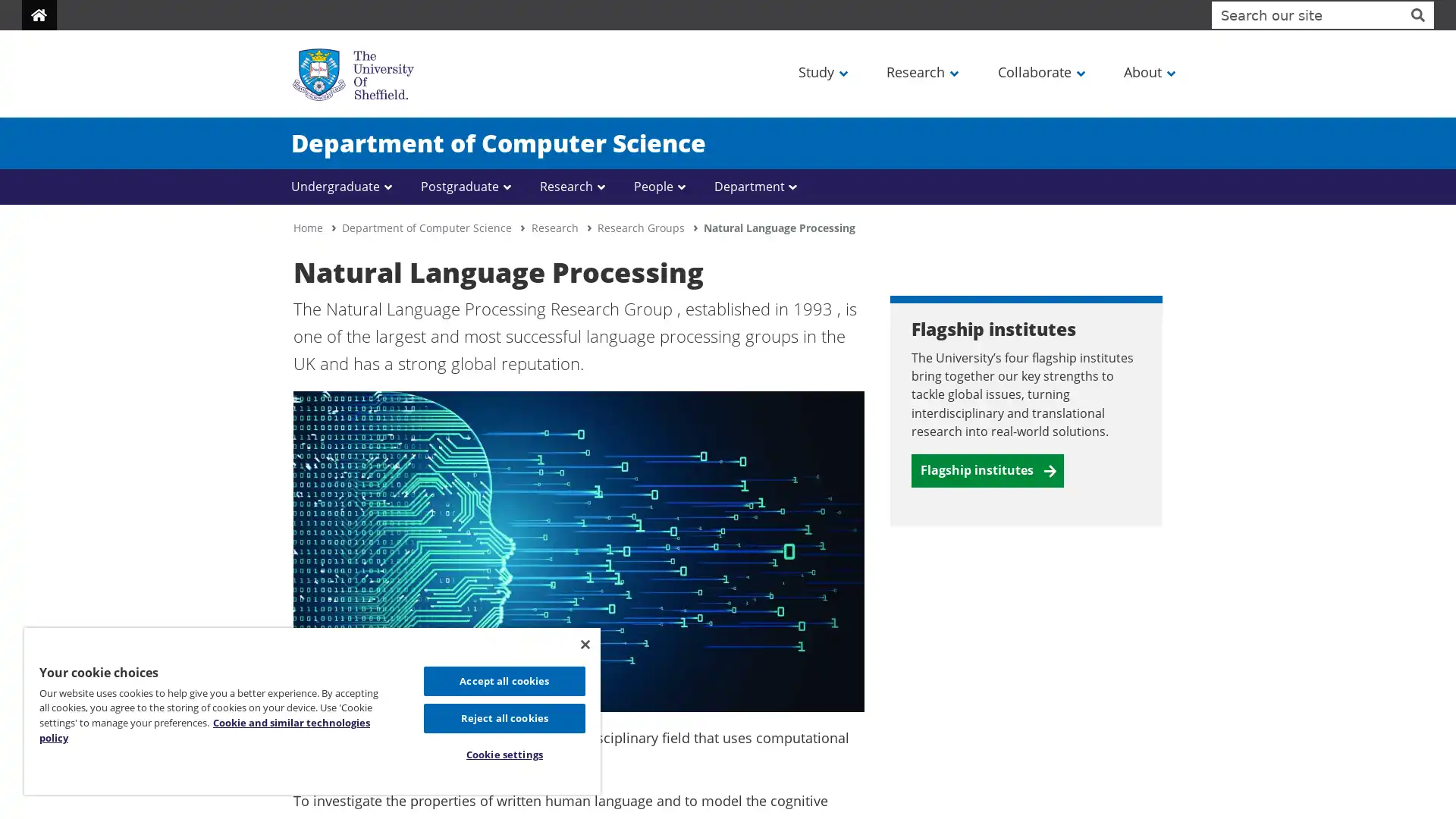  Describe the element at coordinates (758, 187) in the screenshot. I see `Department` at that location.